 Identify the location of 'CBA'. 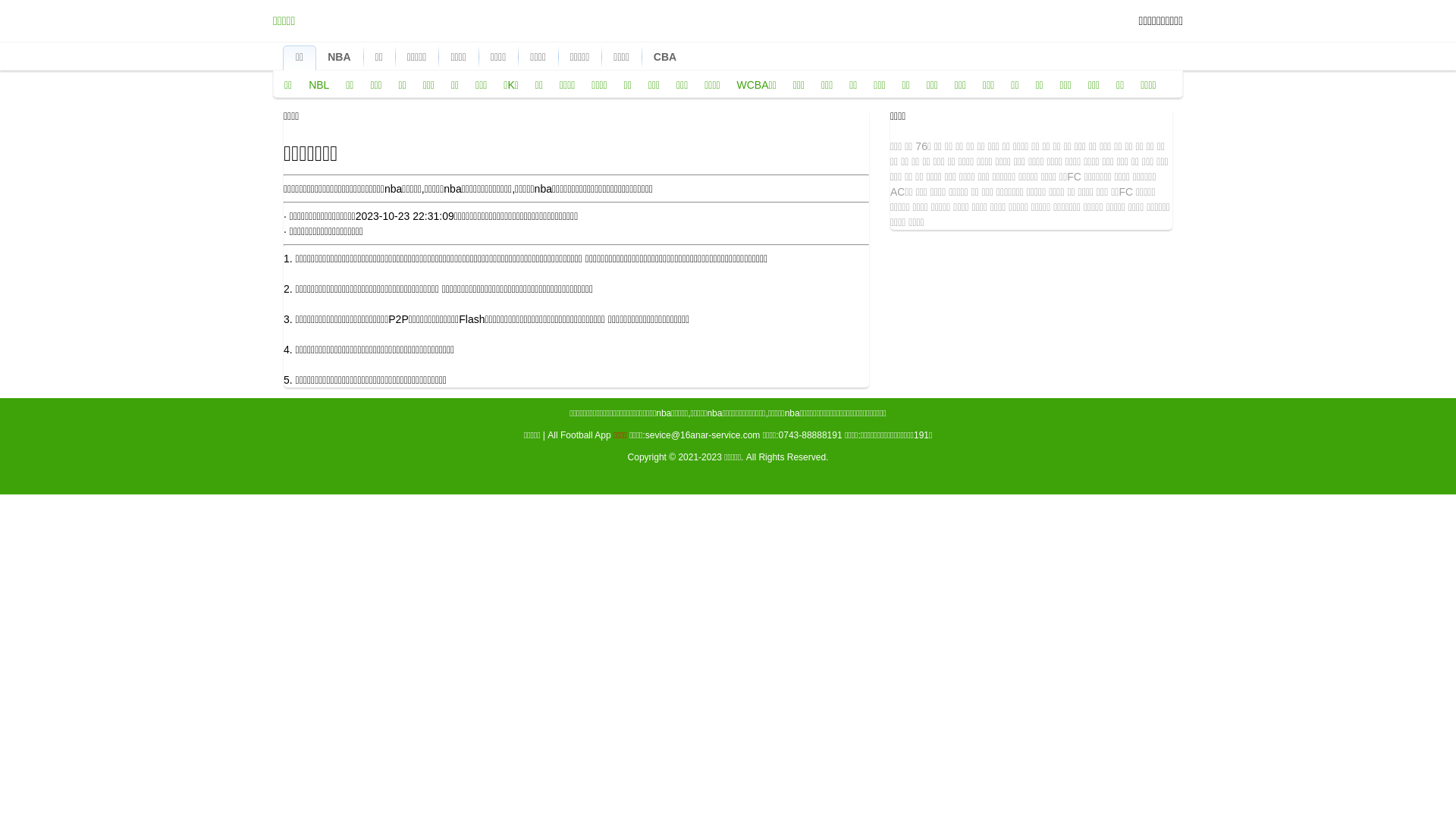
(665, 55).